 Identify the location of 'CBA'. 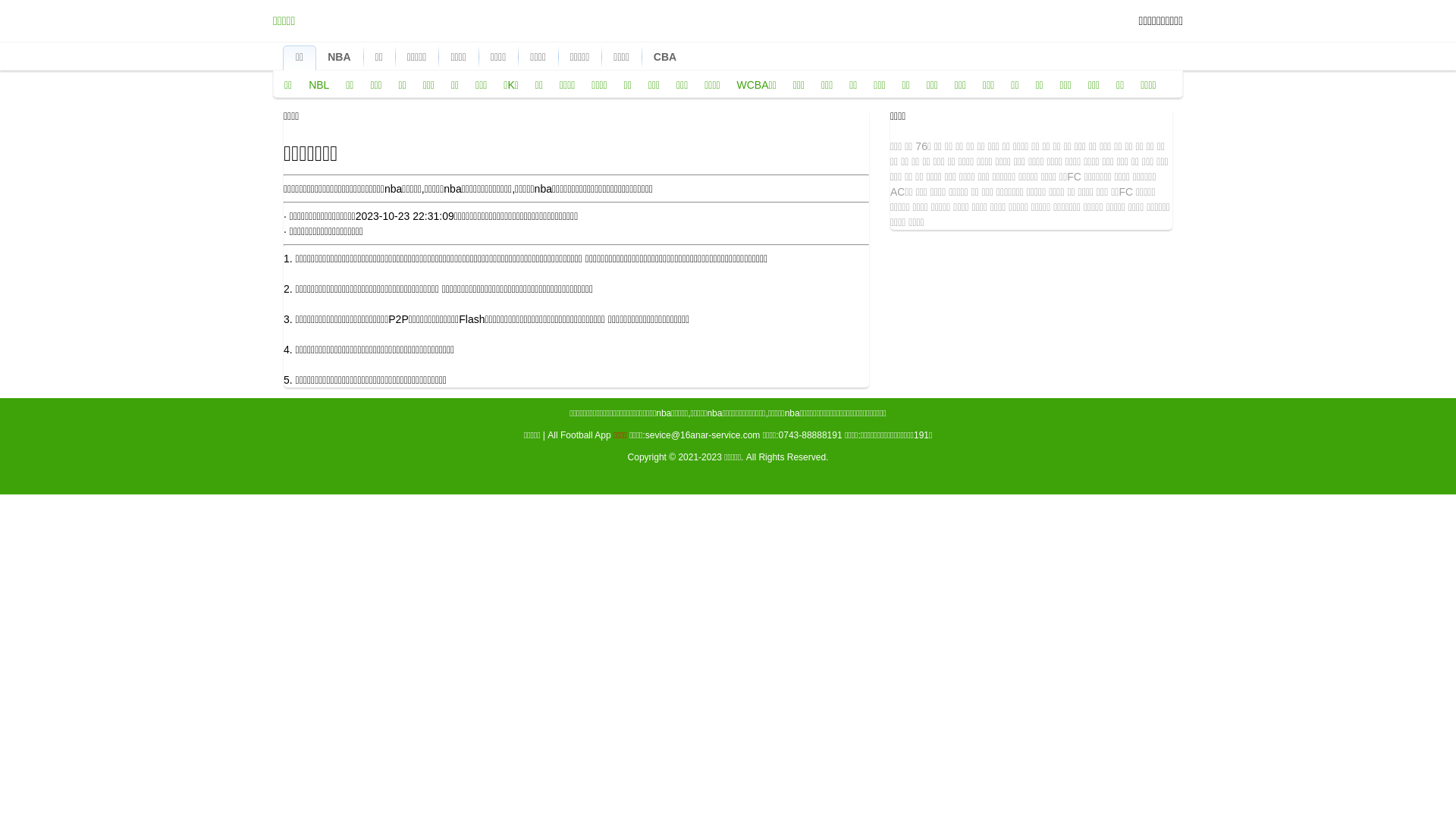
(665, 55).